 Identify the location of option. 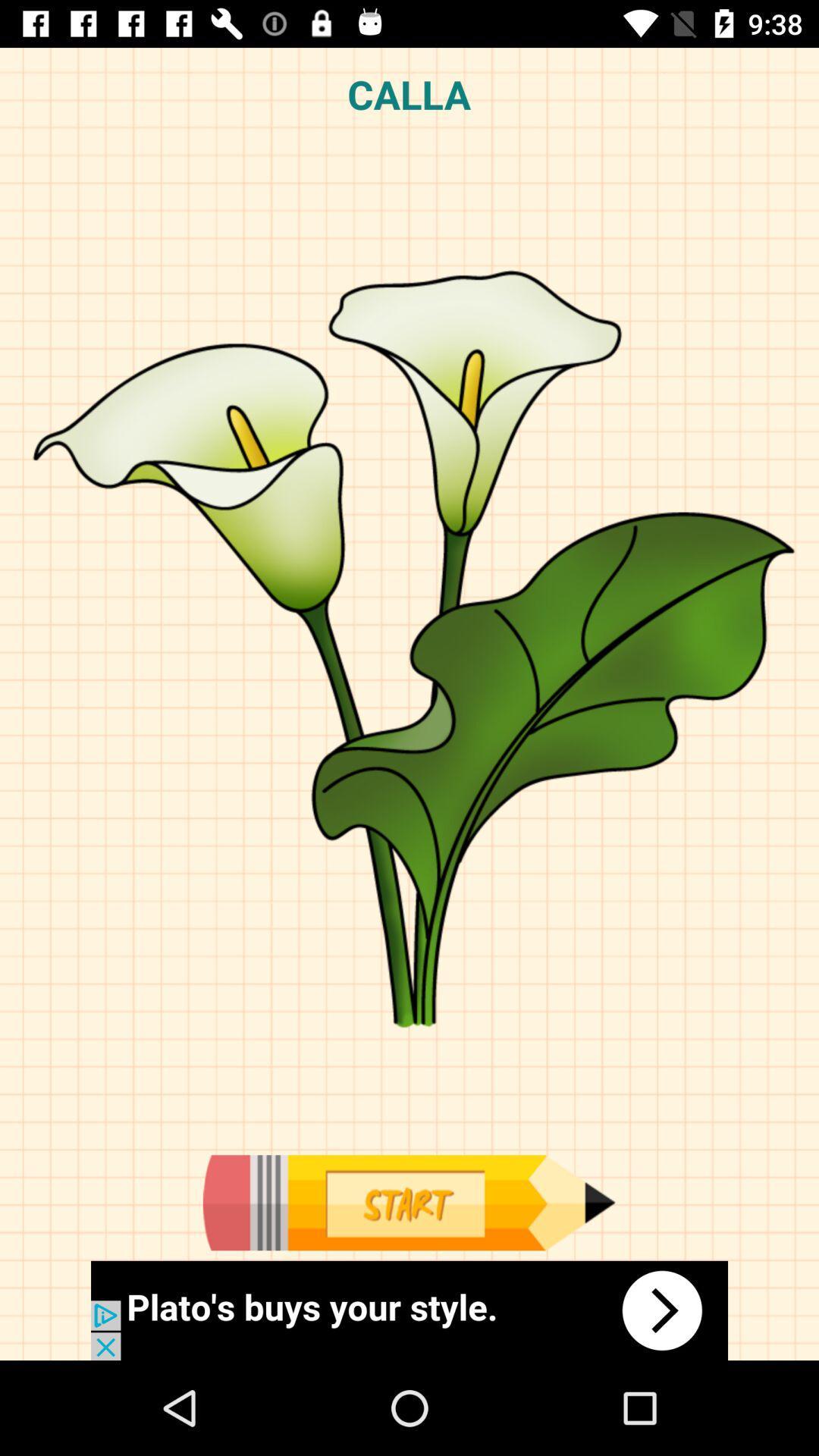
(408, 1202).